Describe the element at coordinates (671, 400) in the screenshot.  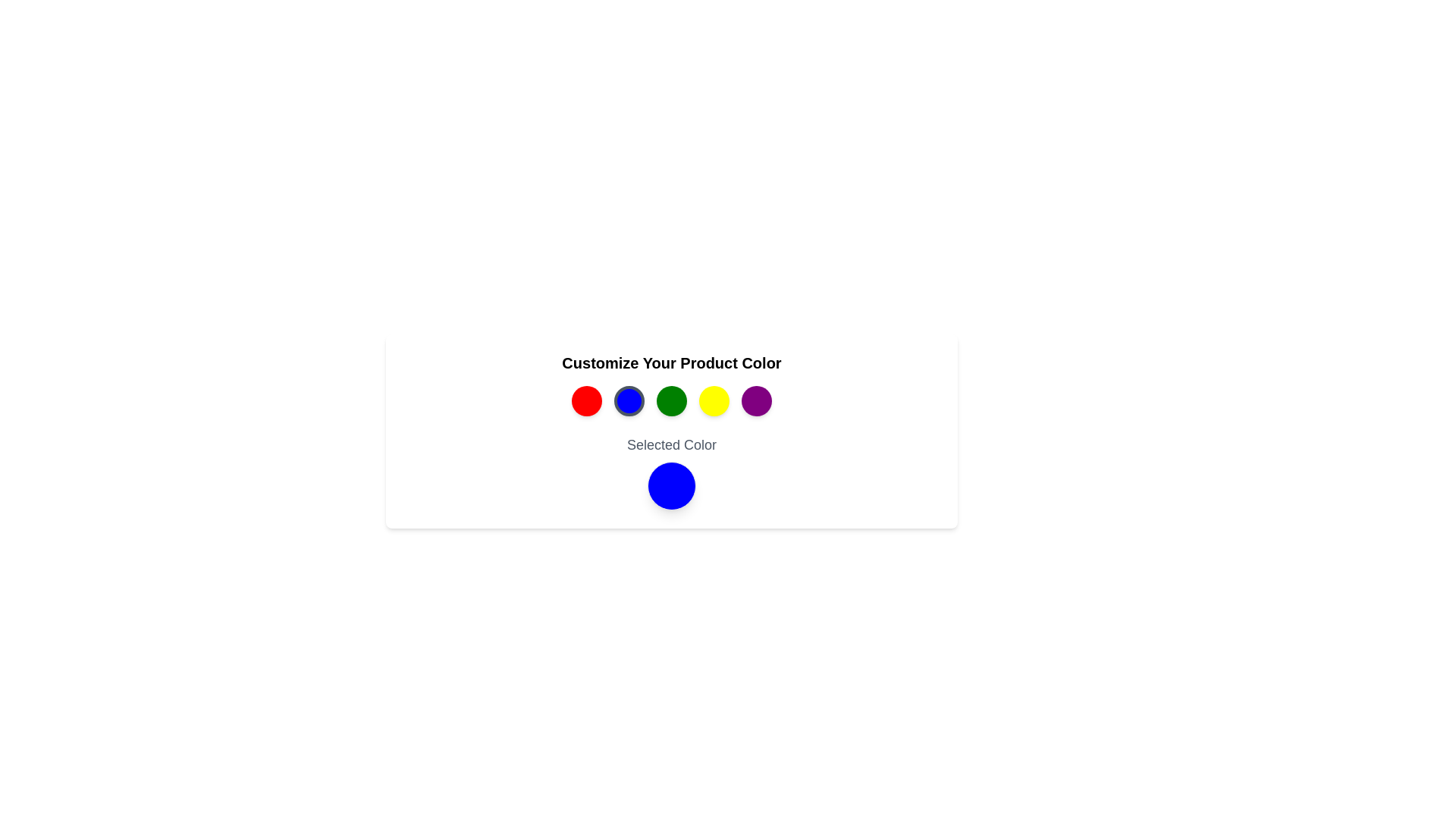
I see `the color button corresponding to green` at that location.